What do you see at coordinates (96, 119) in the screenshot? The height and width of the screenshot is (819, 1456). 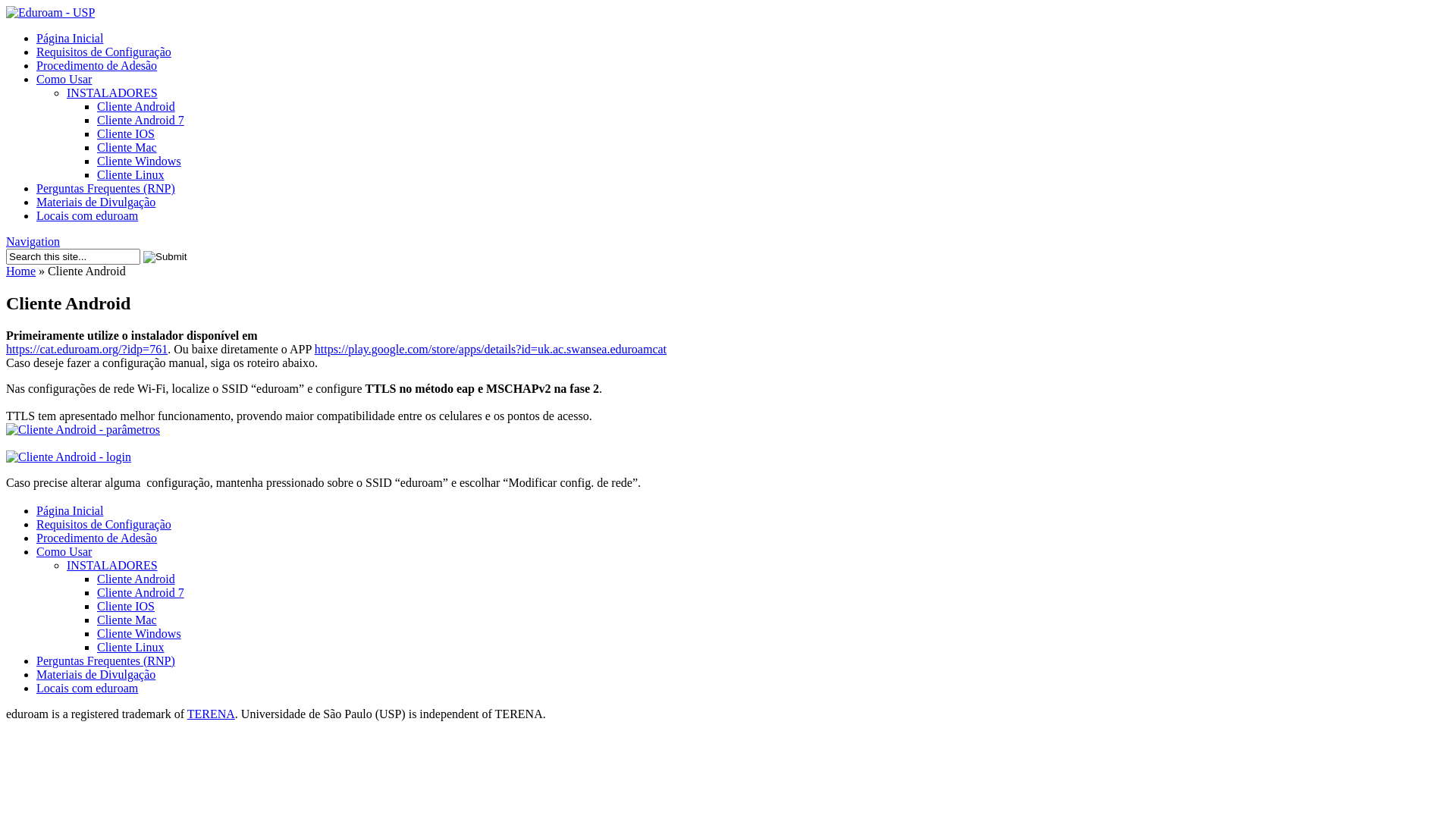 I see `'Cliente Android 7'` at bounding box center [96, 119].